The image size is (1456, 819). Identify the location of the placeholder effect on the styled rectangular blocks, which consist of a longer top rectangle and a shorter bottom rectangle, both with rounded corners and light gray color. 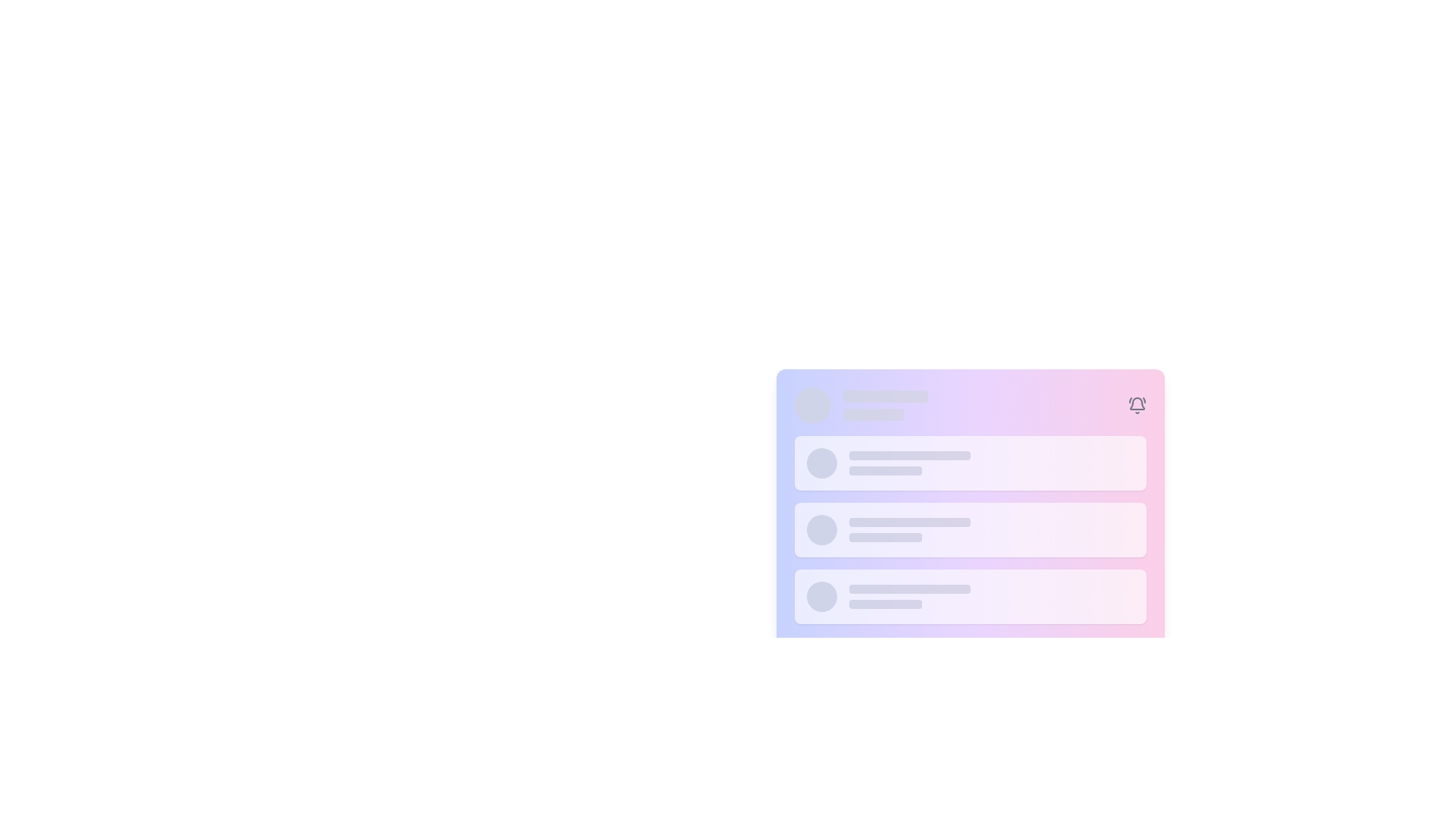
(909, 595).